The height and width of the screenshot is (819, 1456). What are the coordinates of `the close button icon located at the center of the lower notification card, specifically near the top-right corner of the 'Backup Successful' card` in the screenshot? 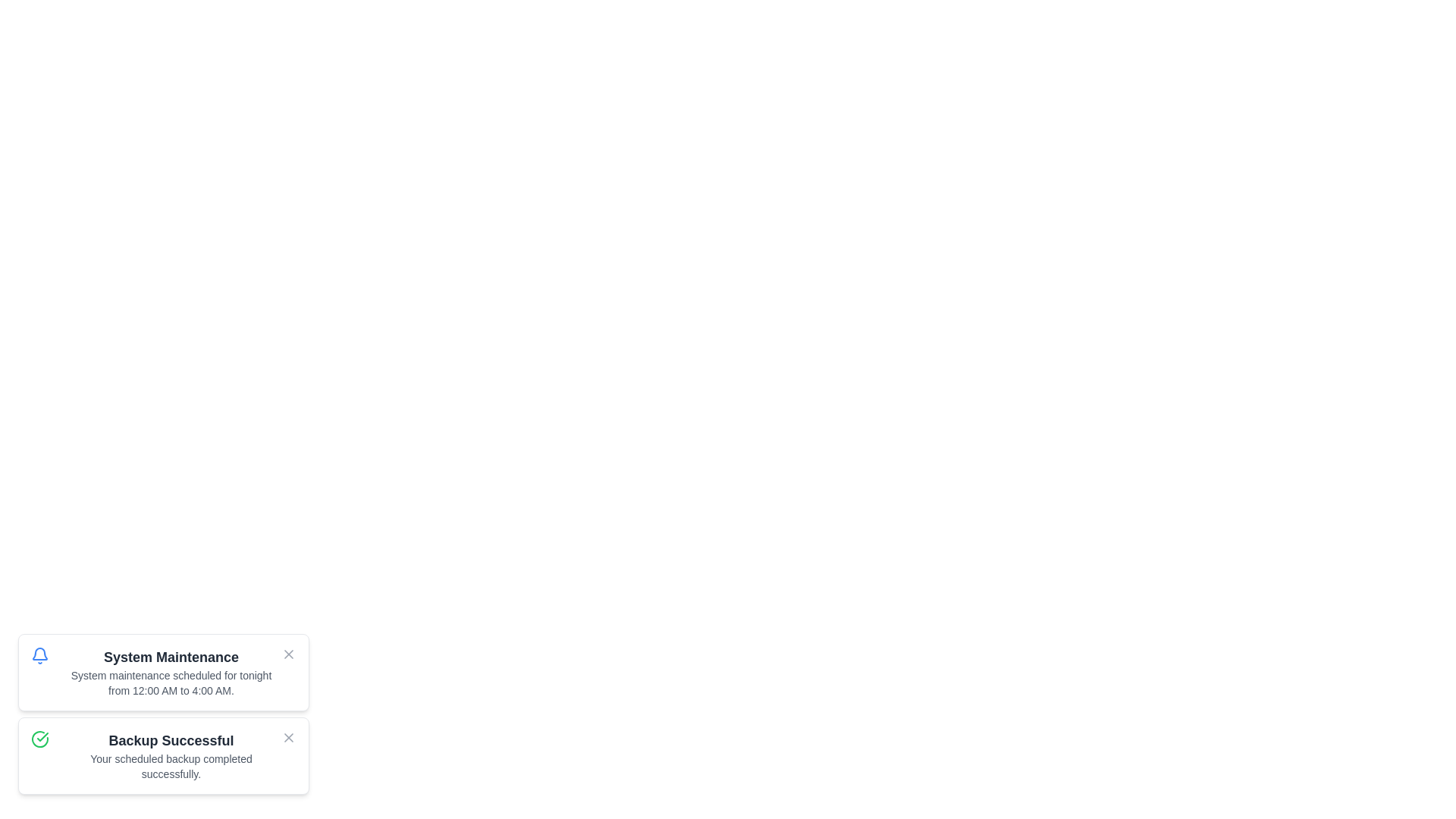 It's located at (288, 736).